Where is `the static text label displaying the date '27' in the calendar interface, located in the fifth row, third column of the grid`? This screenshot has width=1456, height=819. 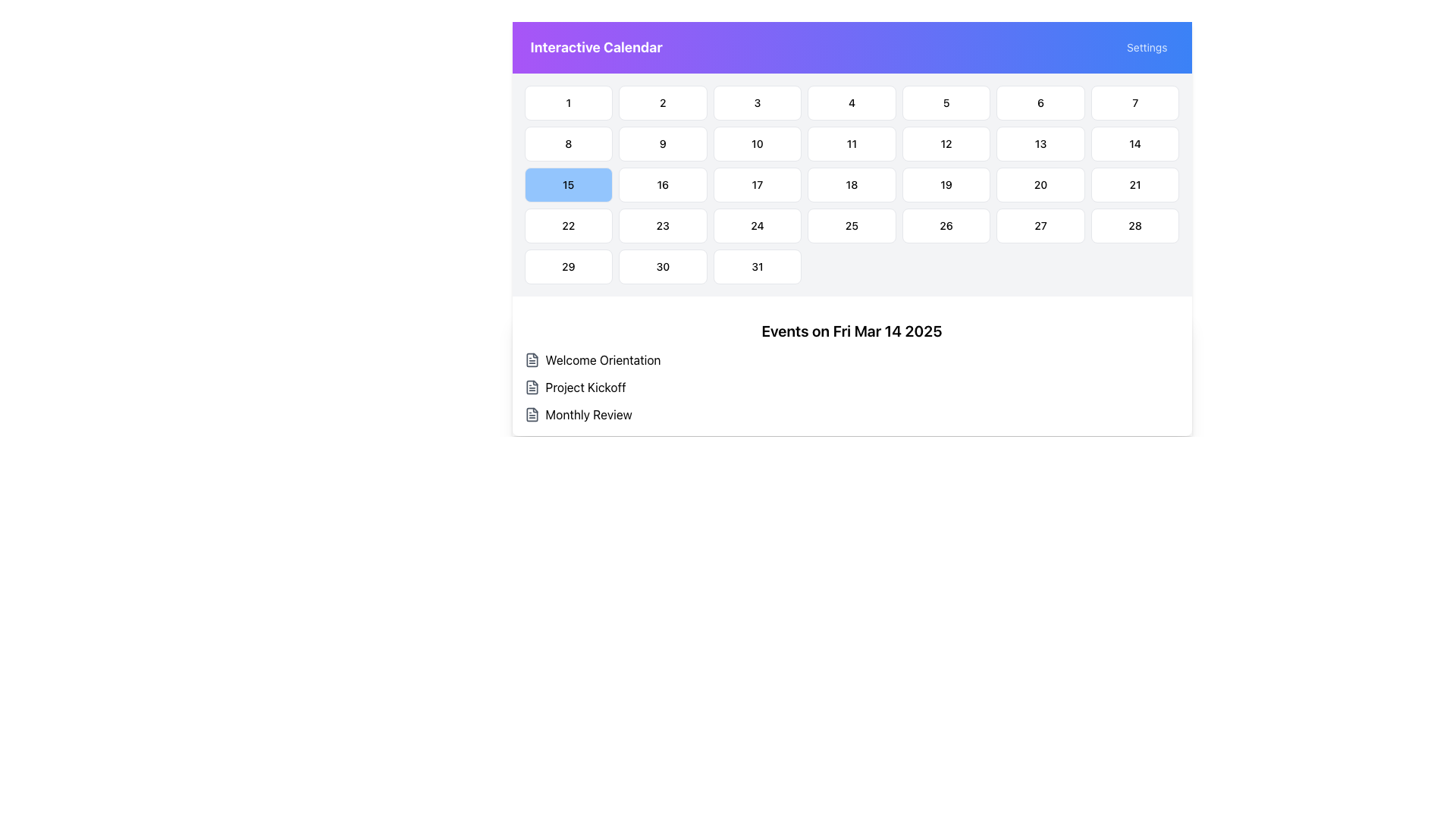
the static text label displaying the date '27' in the calendar interface, located in the fifth row, third column of the grid is located at coordinates (1040, 225).